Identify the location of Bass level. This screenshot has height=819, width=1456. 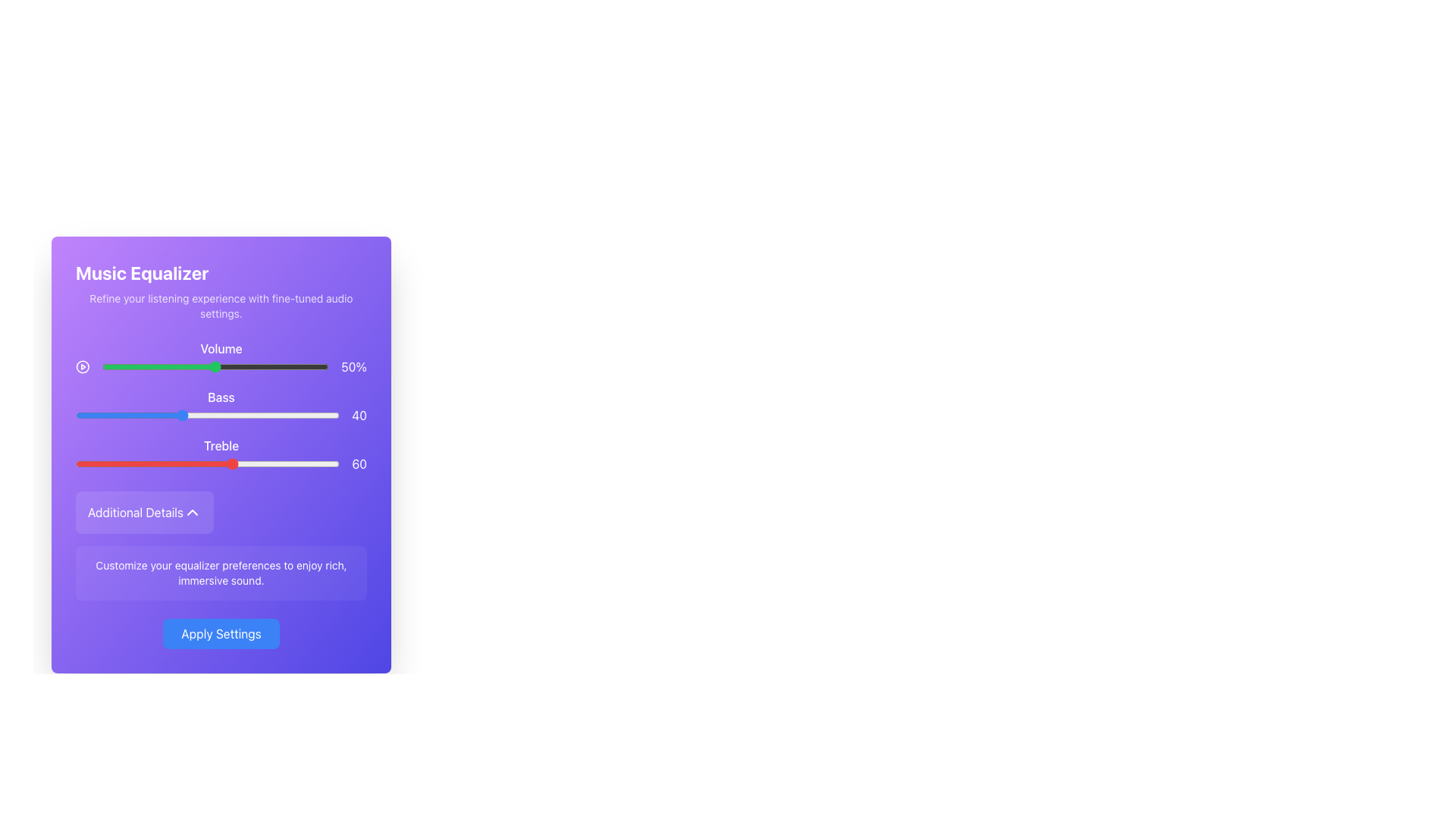
(300, 415).